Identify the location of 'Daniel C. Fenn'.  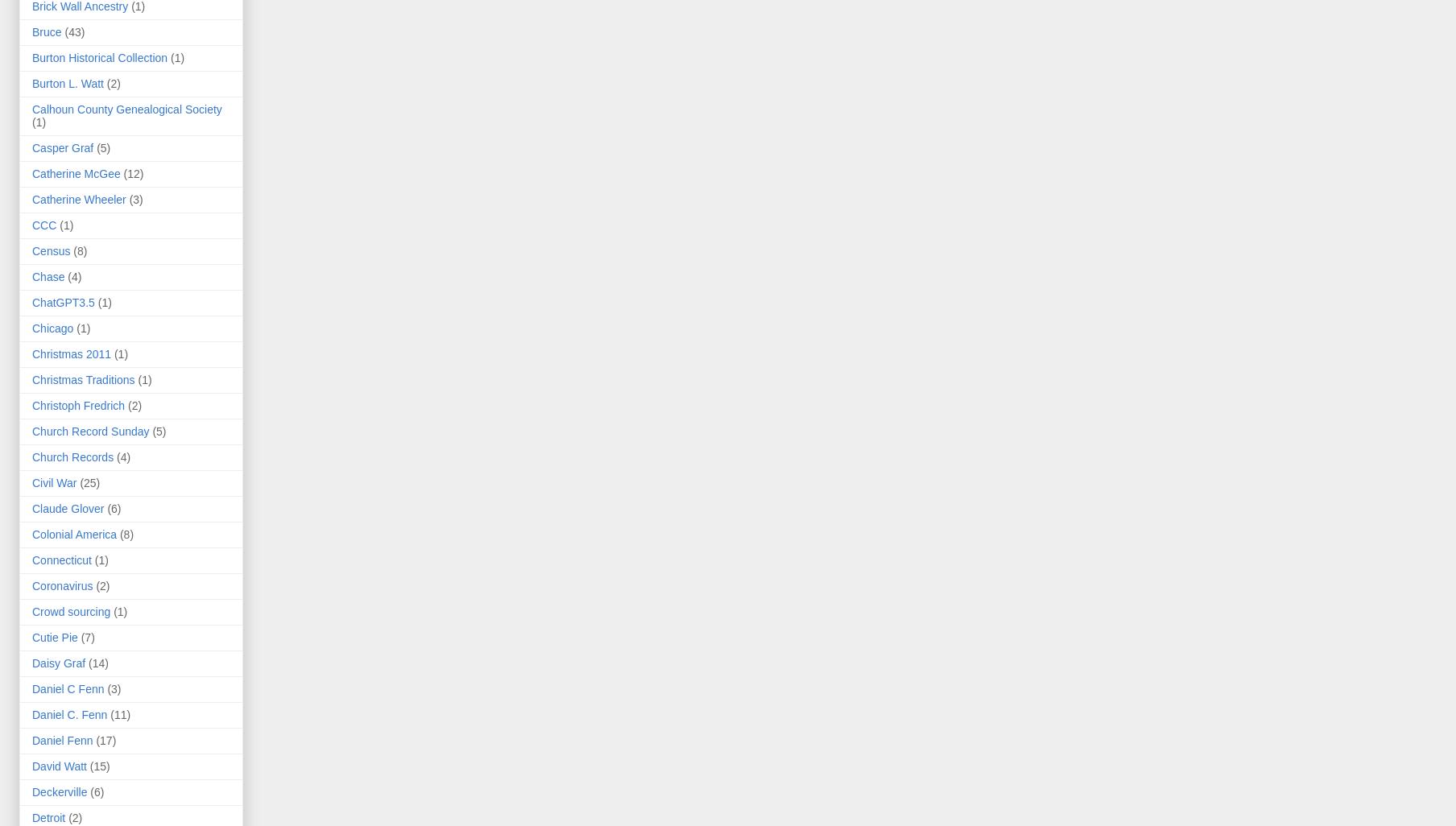
(68, 714).